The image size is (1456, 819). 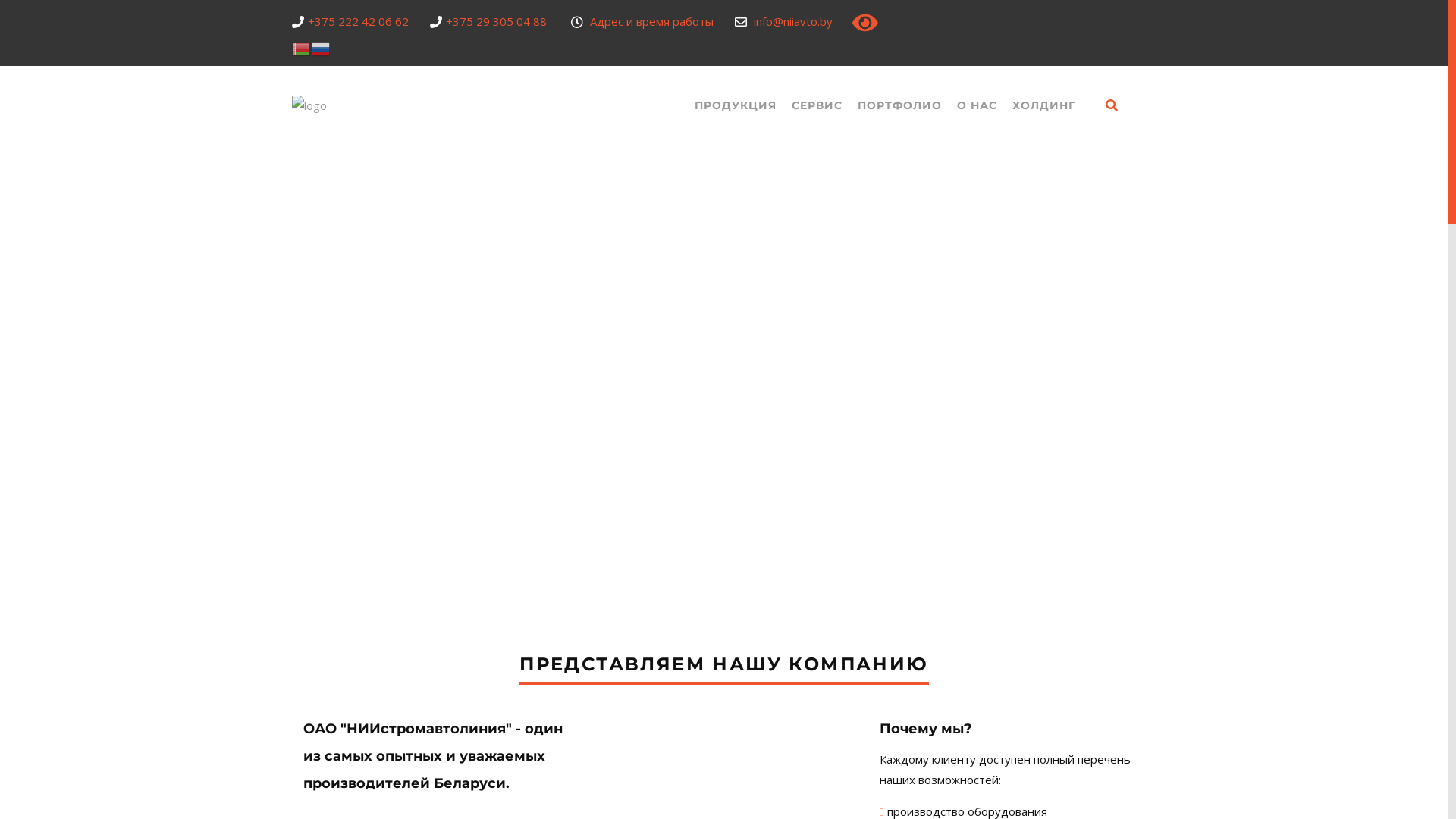 I want to click on '+375 222 42 06 62', so click(x=955, y=623).